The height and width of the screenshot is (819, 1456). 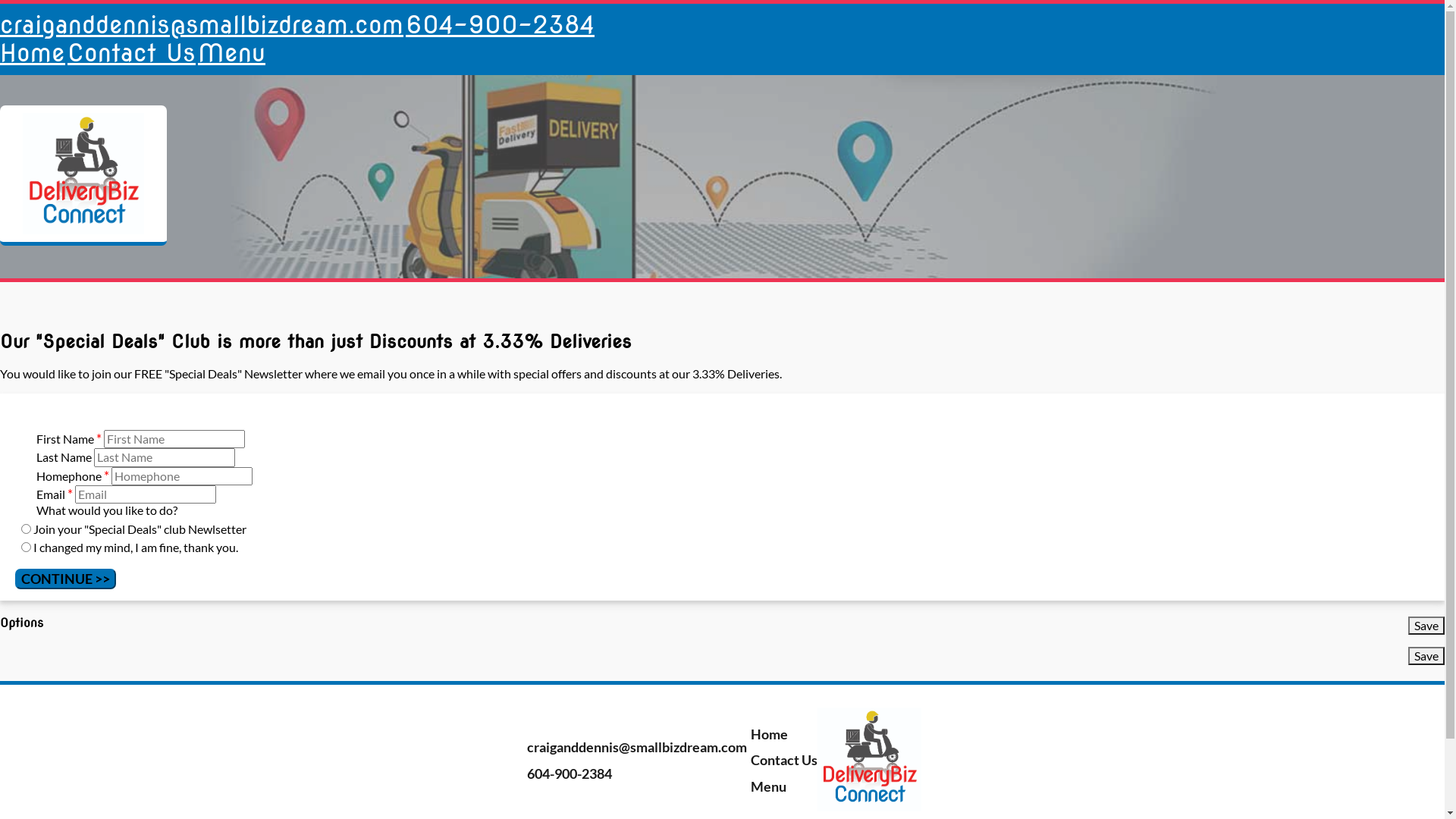 I want to click on 'Save', so click(x=1426, y=626).